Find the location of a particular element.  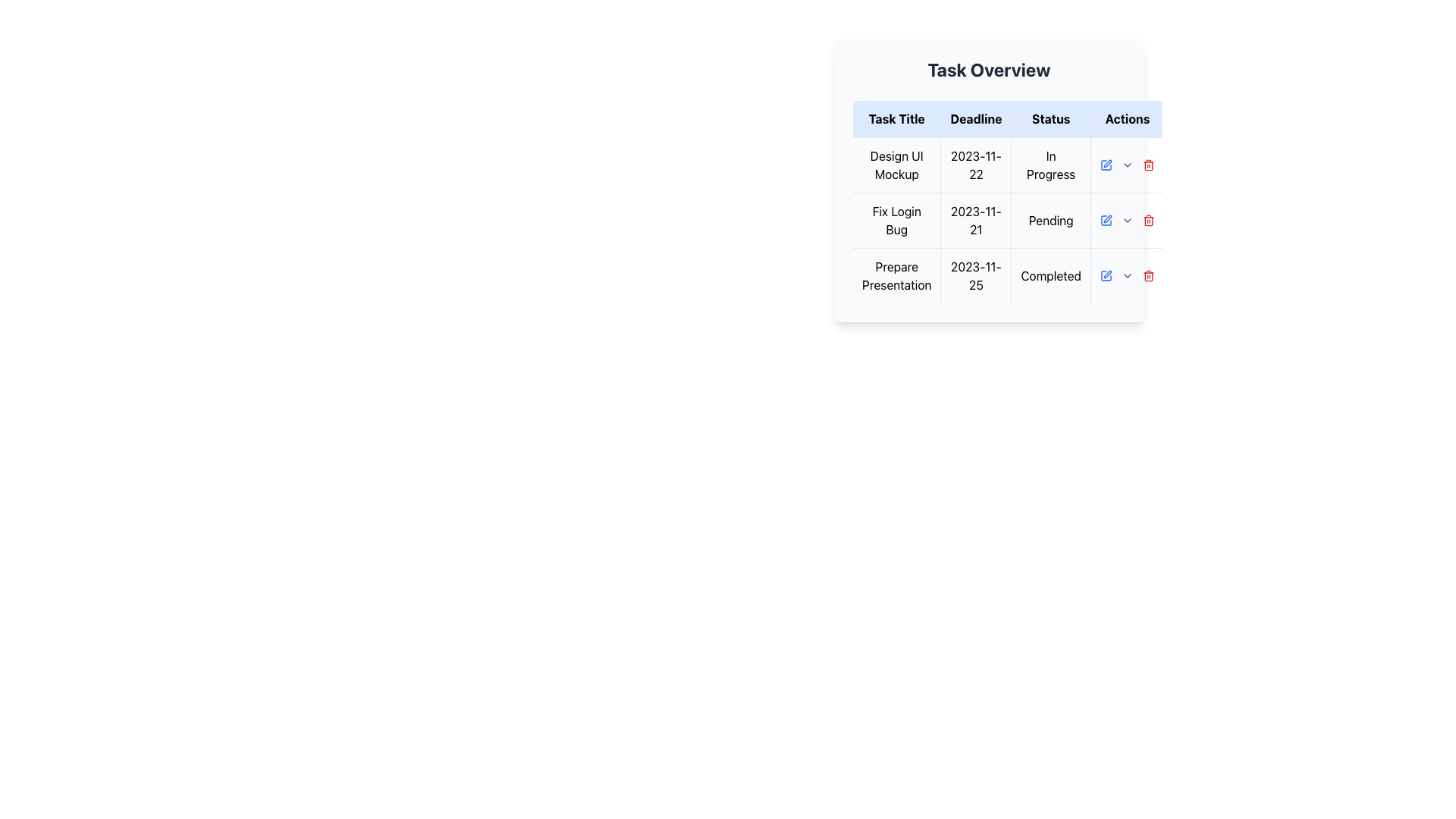

the Table Cell that indicates the completion status of the task 'Prepare Presentation' located in the 'Status' column of the table is located at coordinates (1050, 275).